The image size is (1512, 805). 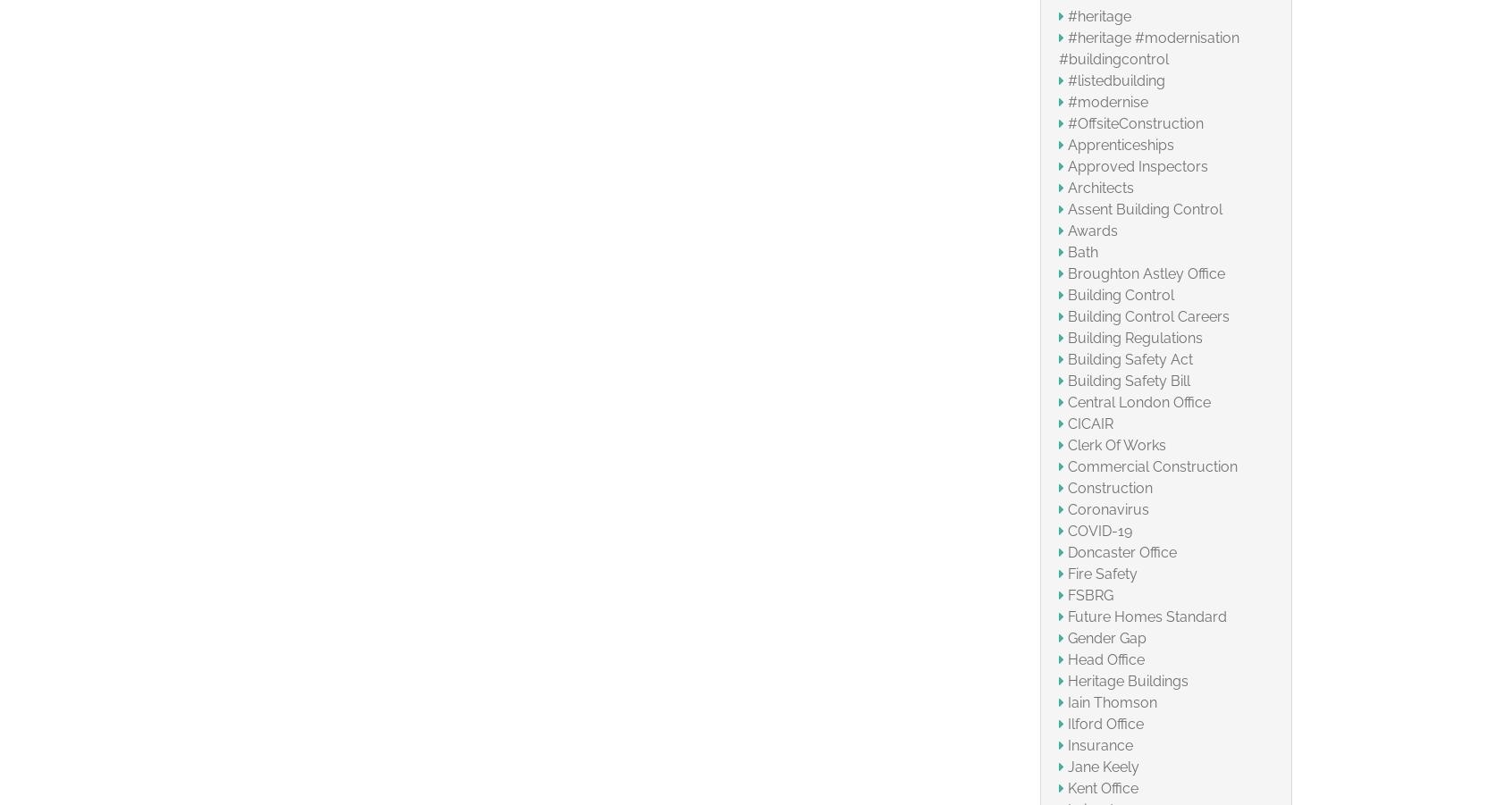 What do you see at coordinates (1146, 616) in the screenshot?
I see `'Future Homes Standard'` at bounding box center [1146, 616].